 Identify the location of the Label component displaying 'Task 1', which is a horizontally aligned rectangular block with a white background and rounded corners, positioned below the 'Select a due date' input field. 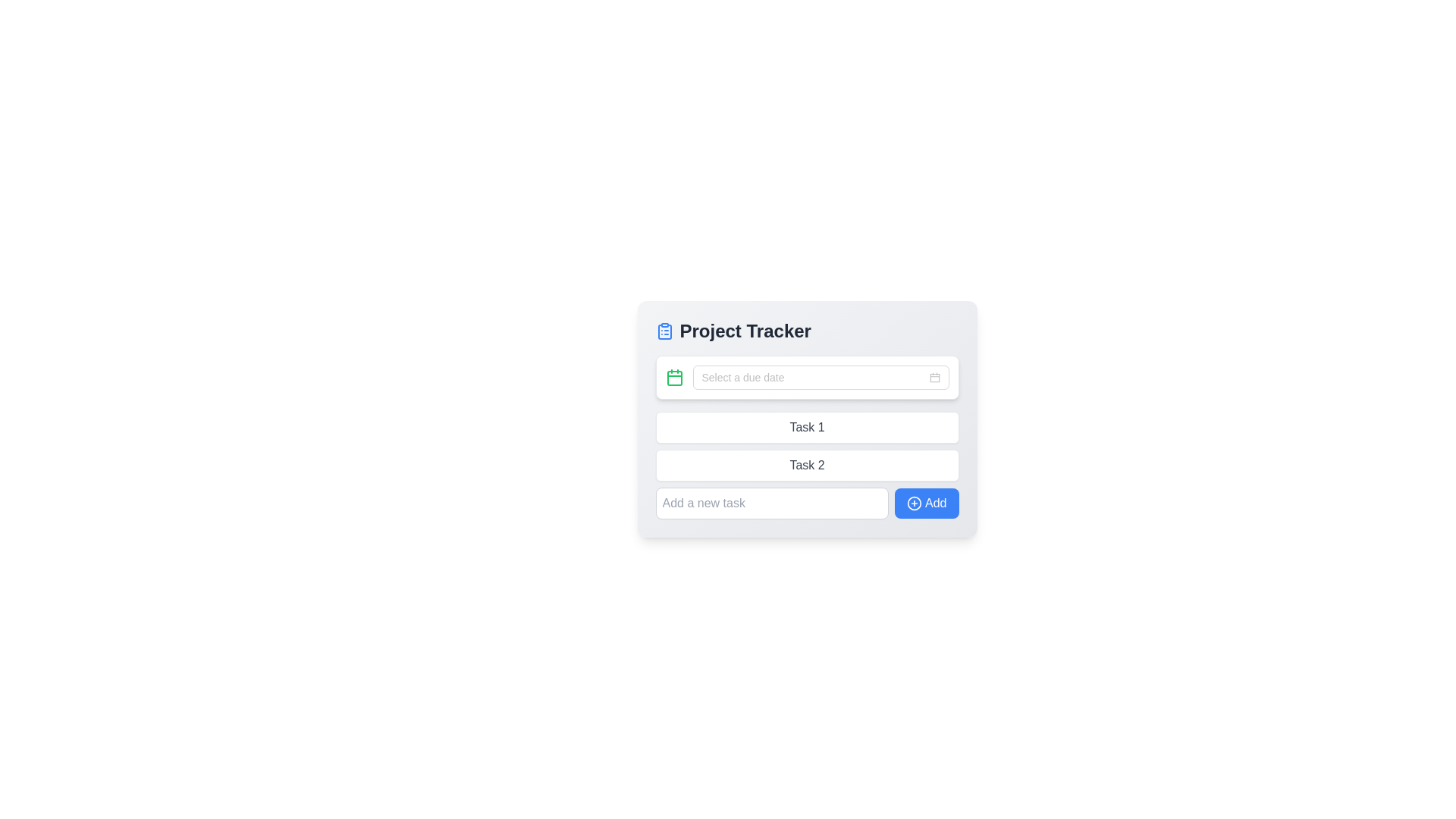
(806, 427).